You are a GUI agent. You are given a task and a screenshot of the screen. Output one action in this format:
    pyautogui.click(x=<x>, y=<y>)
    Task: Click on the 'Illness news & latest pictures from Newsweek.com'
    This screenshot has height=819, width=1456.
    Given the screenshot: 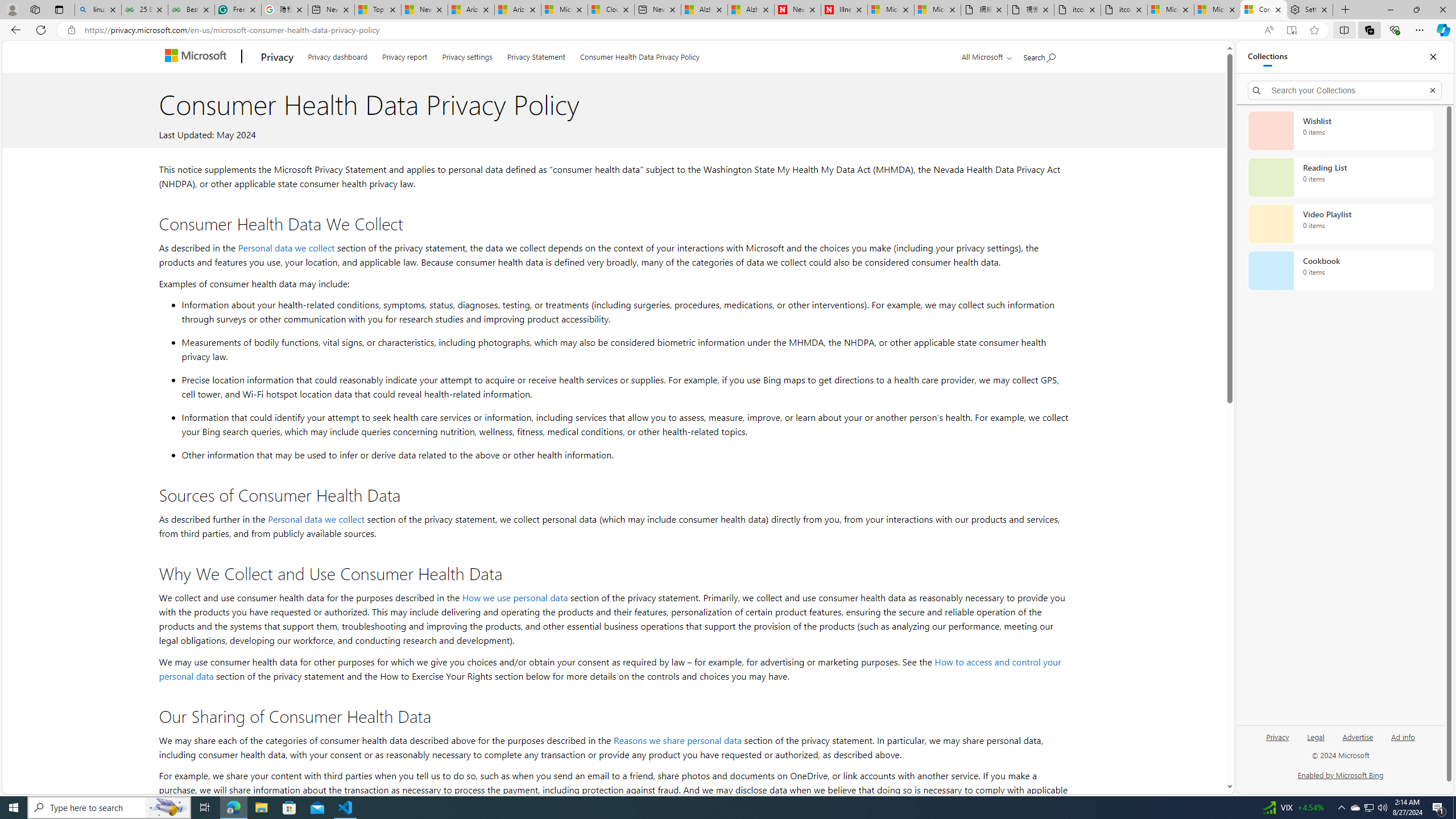 What is the action you would take?
    pyautogui.click(x=843, y=9)
    